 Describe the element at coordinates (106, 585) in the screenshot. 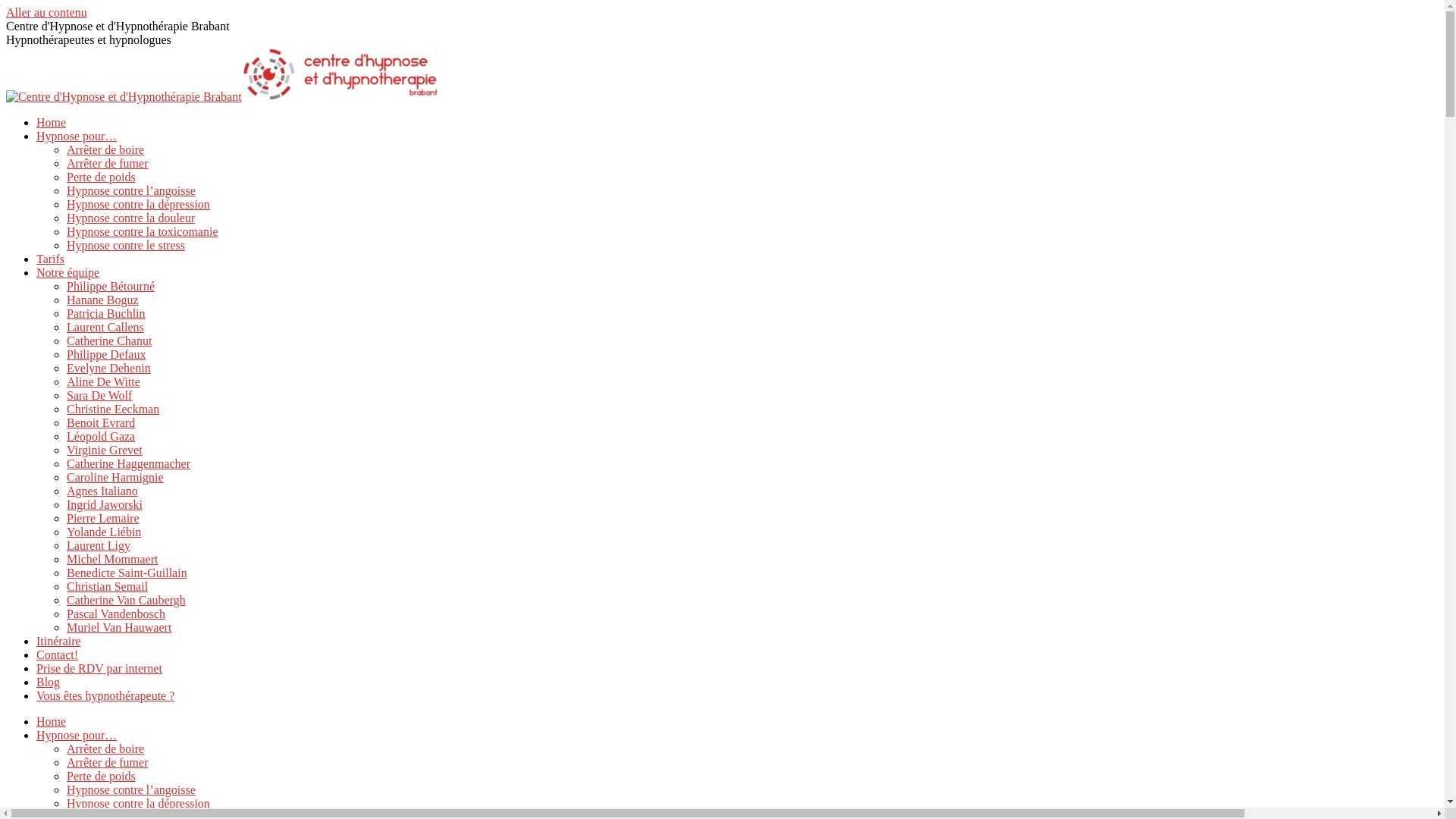

I see `'Christian Semail'` at that location.